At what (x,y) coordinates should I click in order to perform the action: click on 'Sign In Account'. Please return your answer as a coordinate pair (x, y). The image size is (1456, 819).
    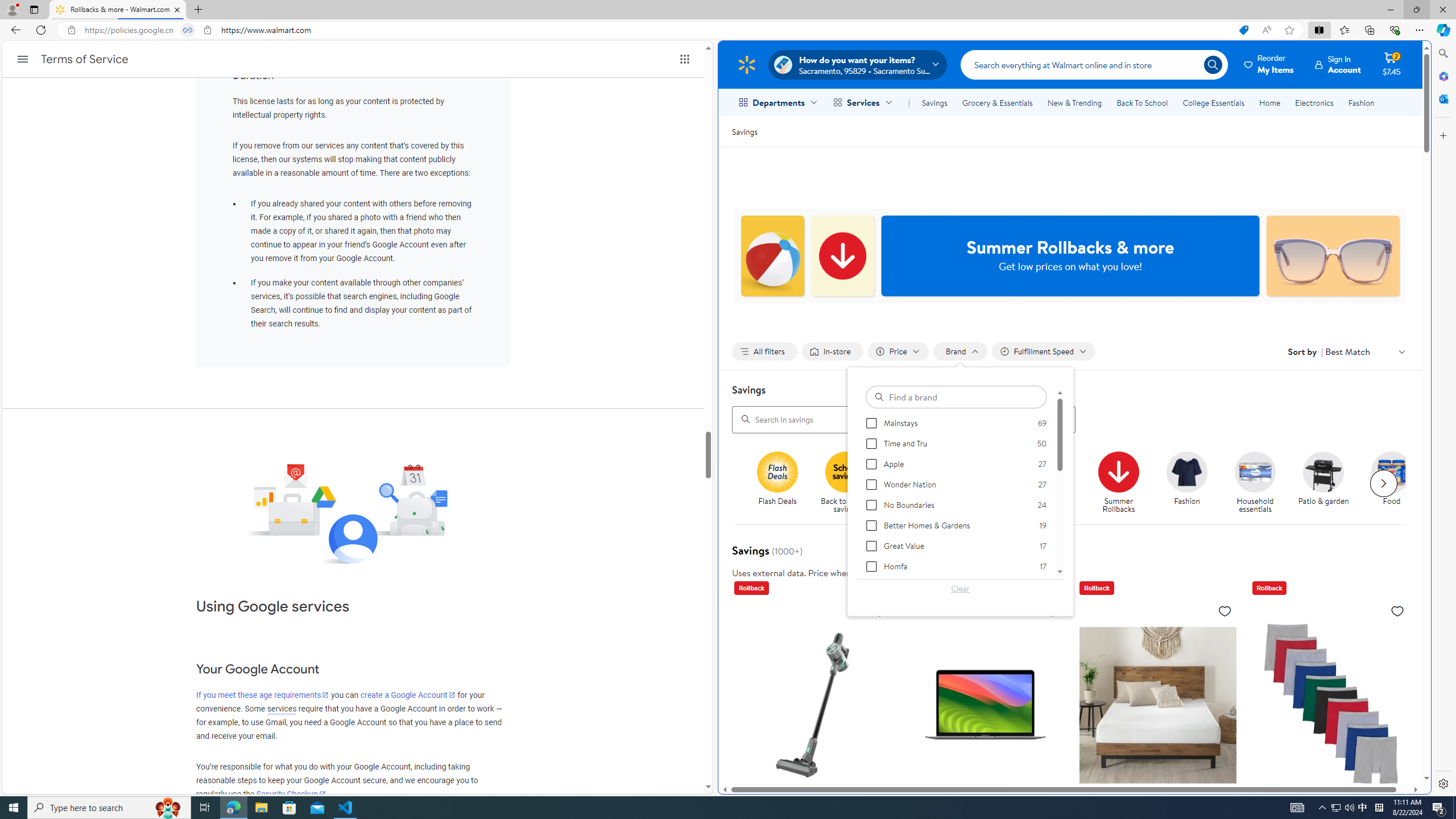
    Looking at the image, I should click on (1338, 64).